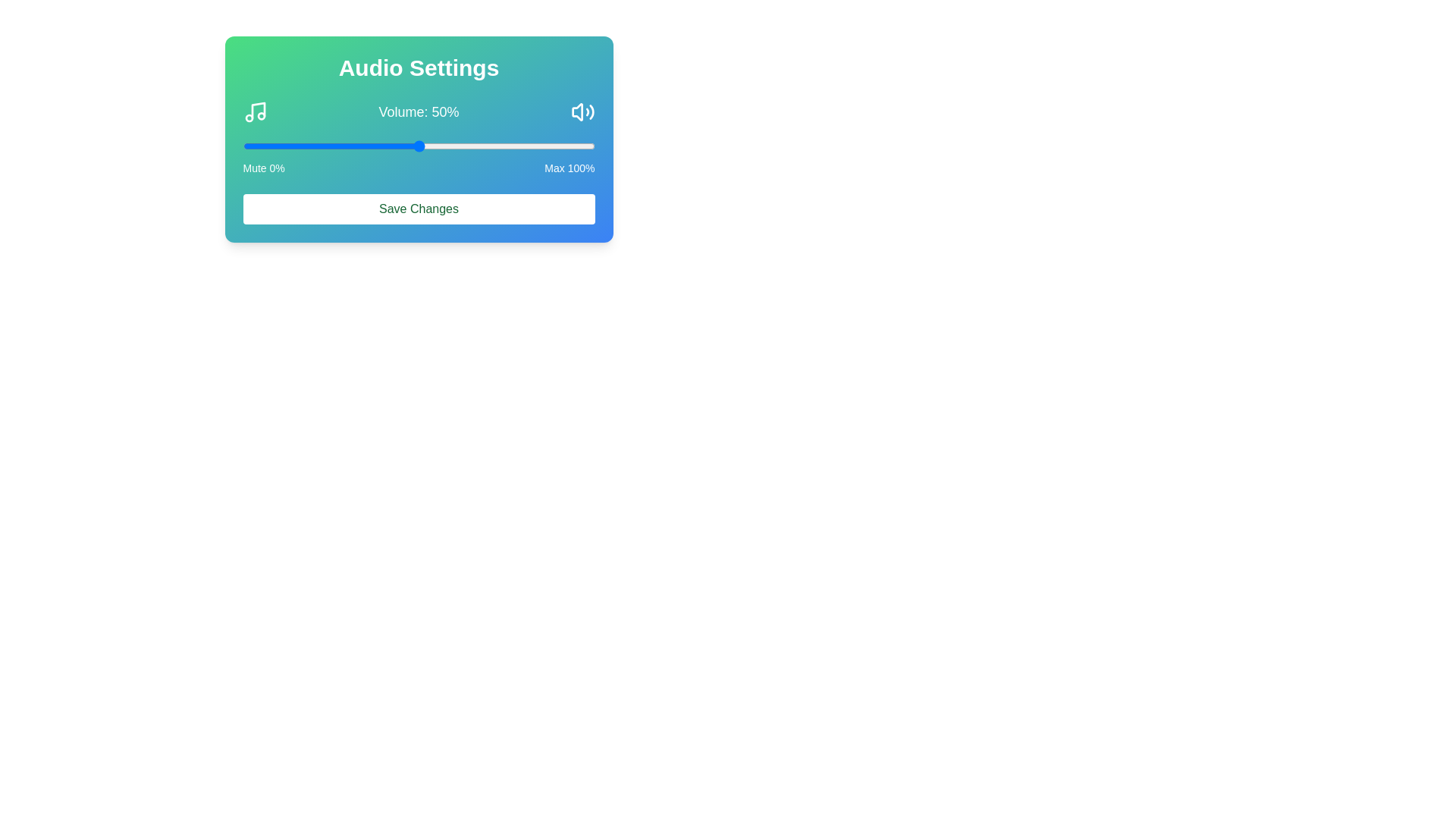  What do you see at coordinates (566, 146) in the screenshot?
I see `the volume slider to 92%` at bounding box center [566, 146].